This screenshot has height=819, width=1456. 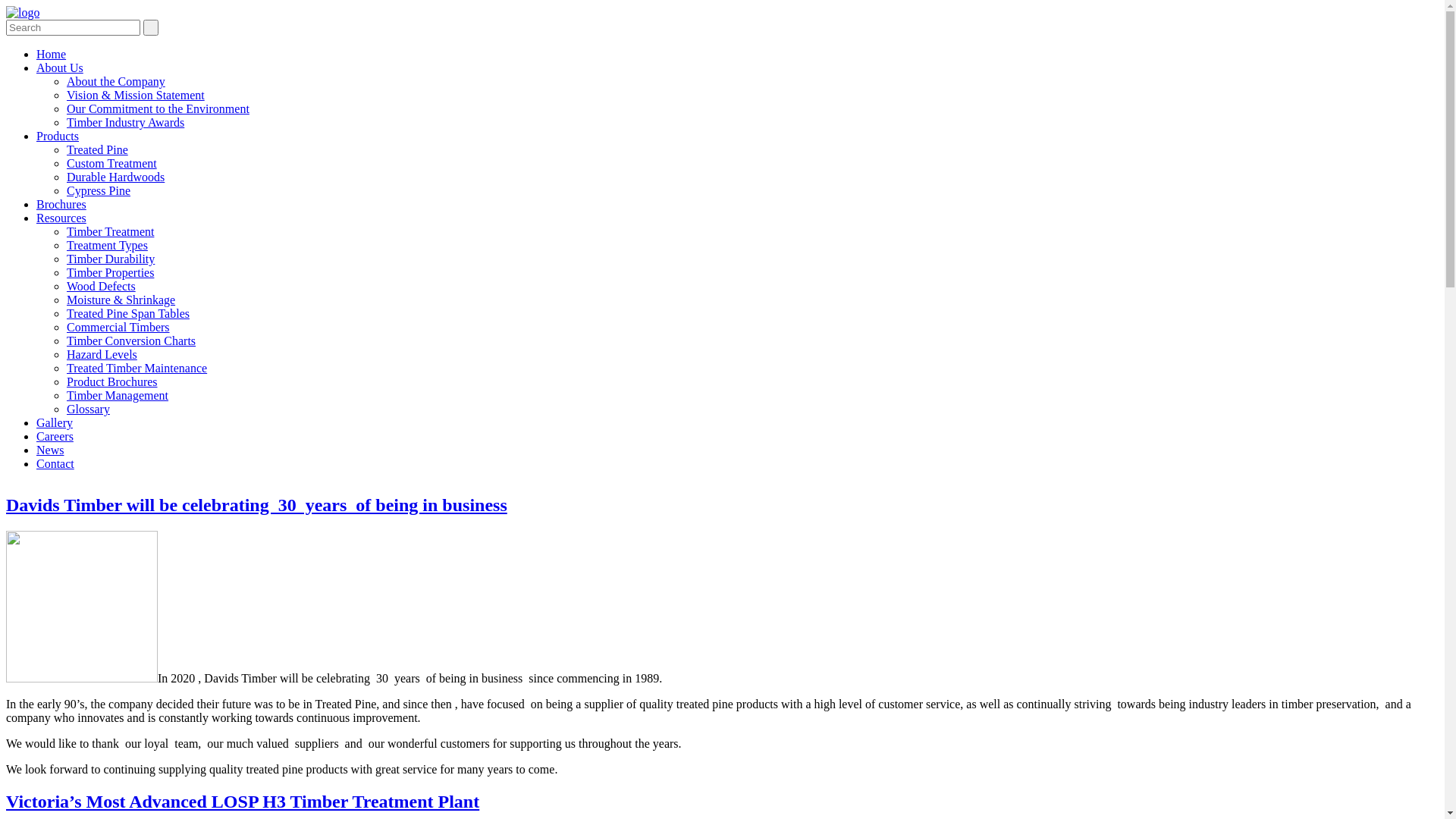 What do you see at coordinates (87, 408) in the screenshot?
I see `'Glossary'` at bounding box center [87, 408].